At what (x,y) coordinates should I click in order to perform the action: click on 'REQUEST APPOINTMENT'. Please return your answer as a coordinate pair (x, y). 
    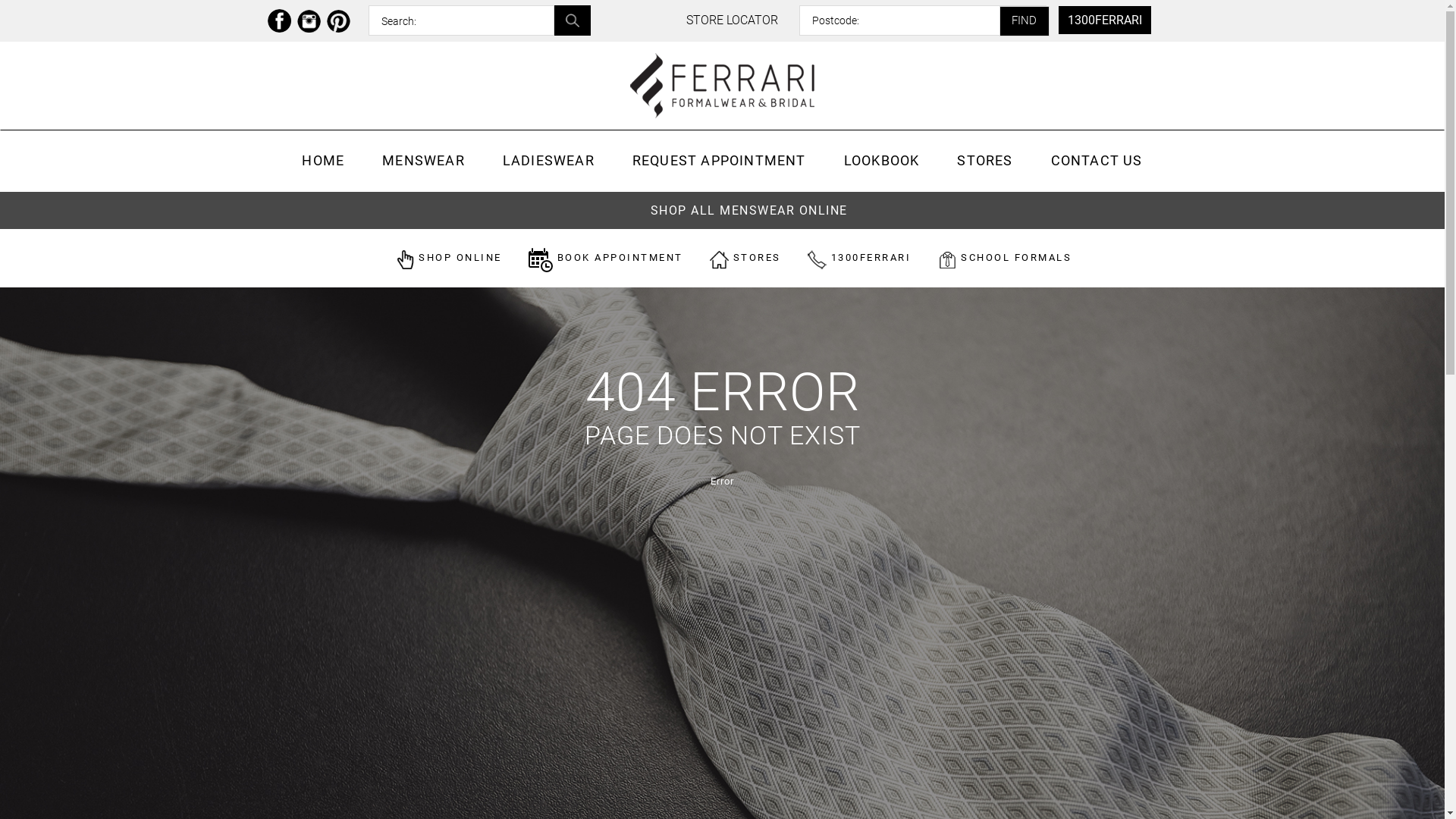
    Looking at the image, I should click on (718, 161).